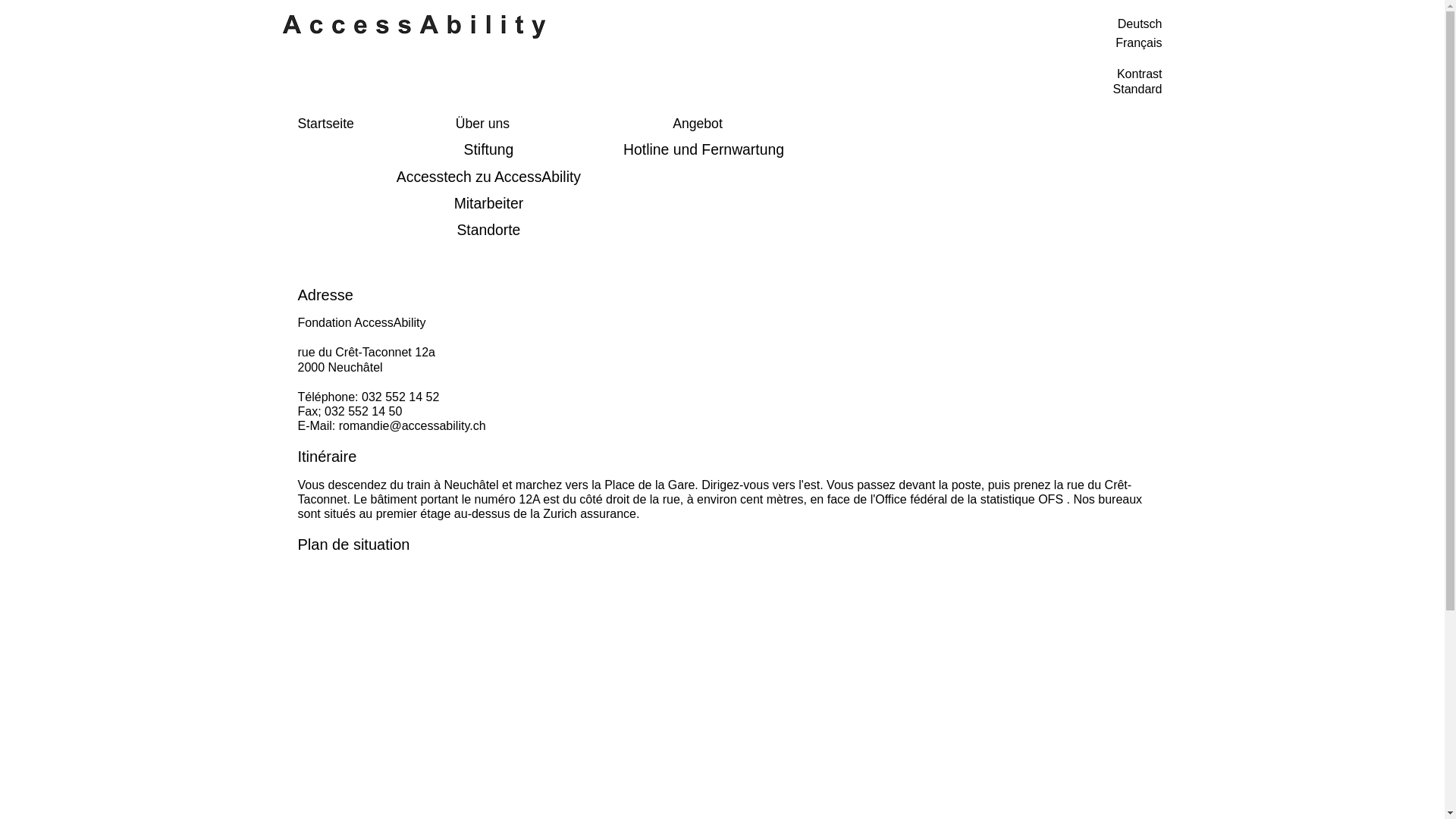 This screenshot has height=819, width=1456. What do you see at coordinates (1139, 74) in the screenshot?
I see `'Kontrast'` at bounding box center [1139, 74].